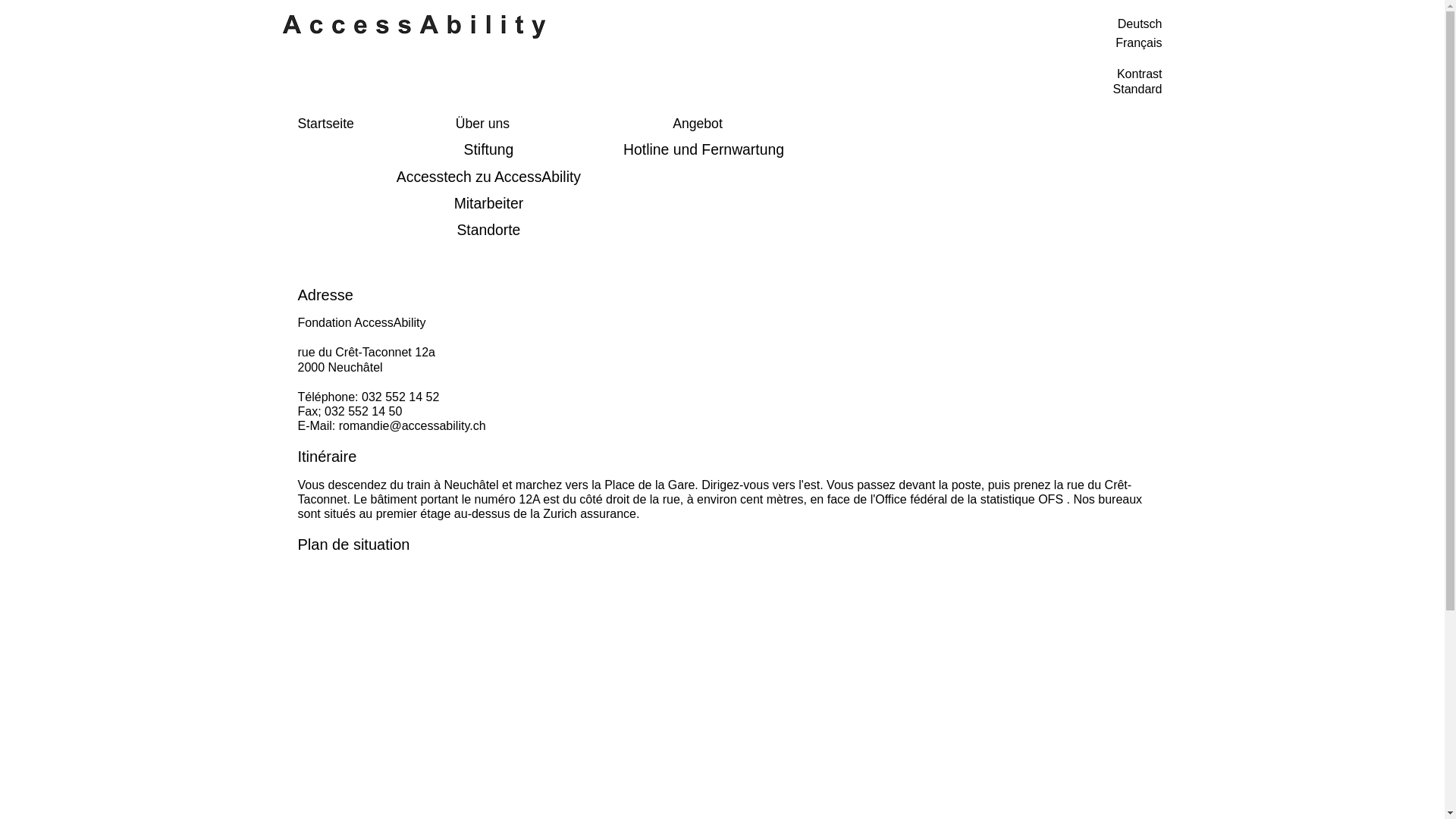 This screenshot has height=819, width=1456. What do you see at coordinates (1139, 74) in the screenshot?
I see `'Kontrast'` at bounding box center [1139, 74].